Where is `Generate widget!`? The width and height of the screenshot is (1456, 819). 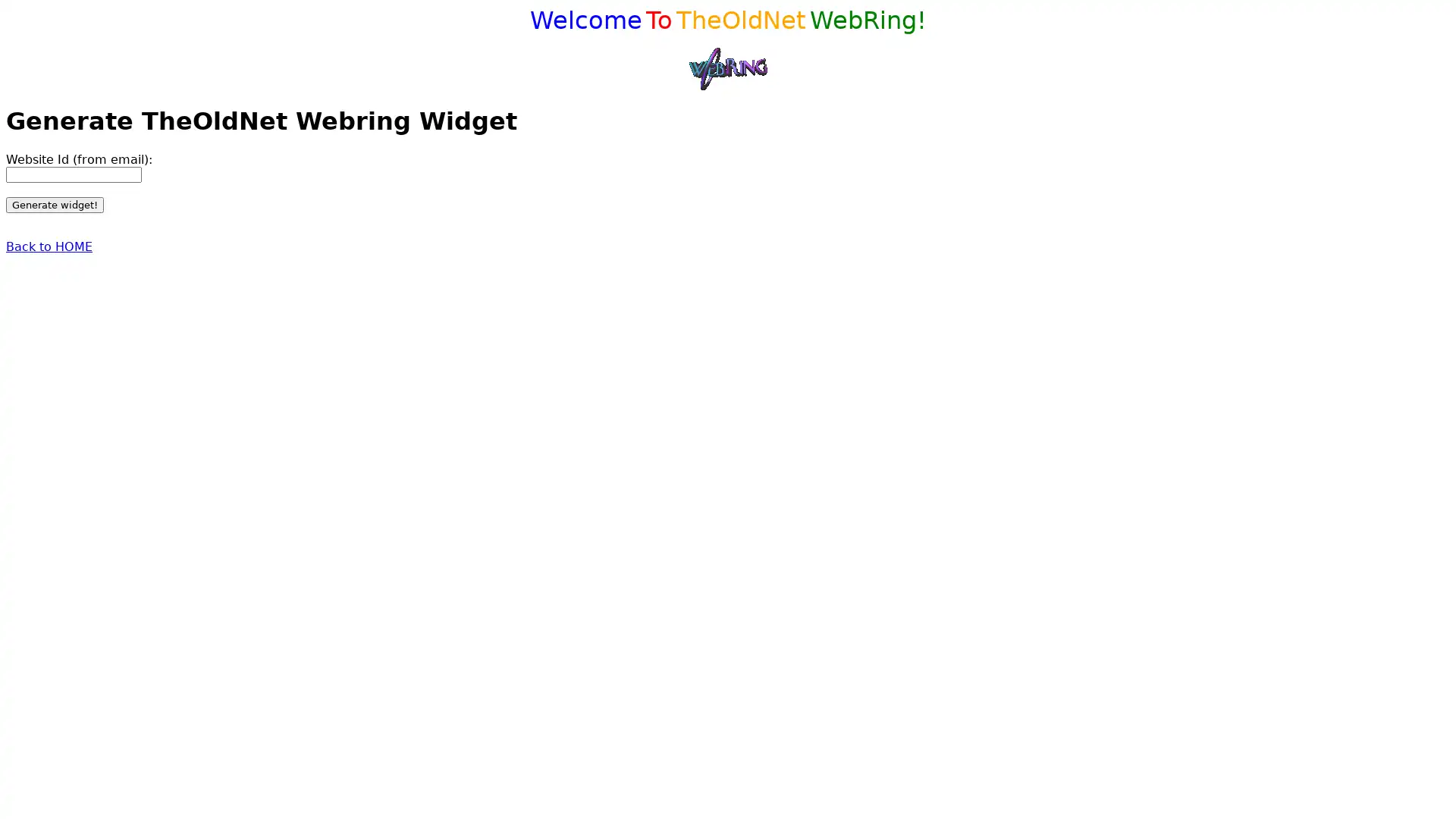 Generate widget! is located at coordinates (55, 203).